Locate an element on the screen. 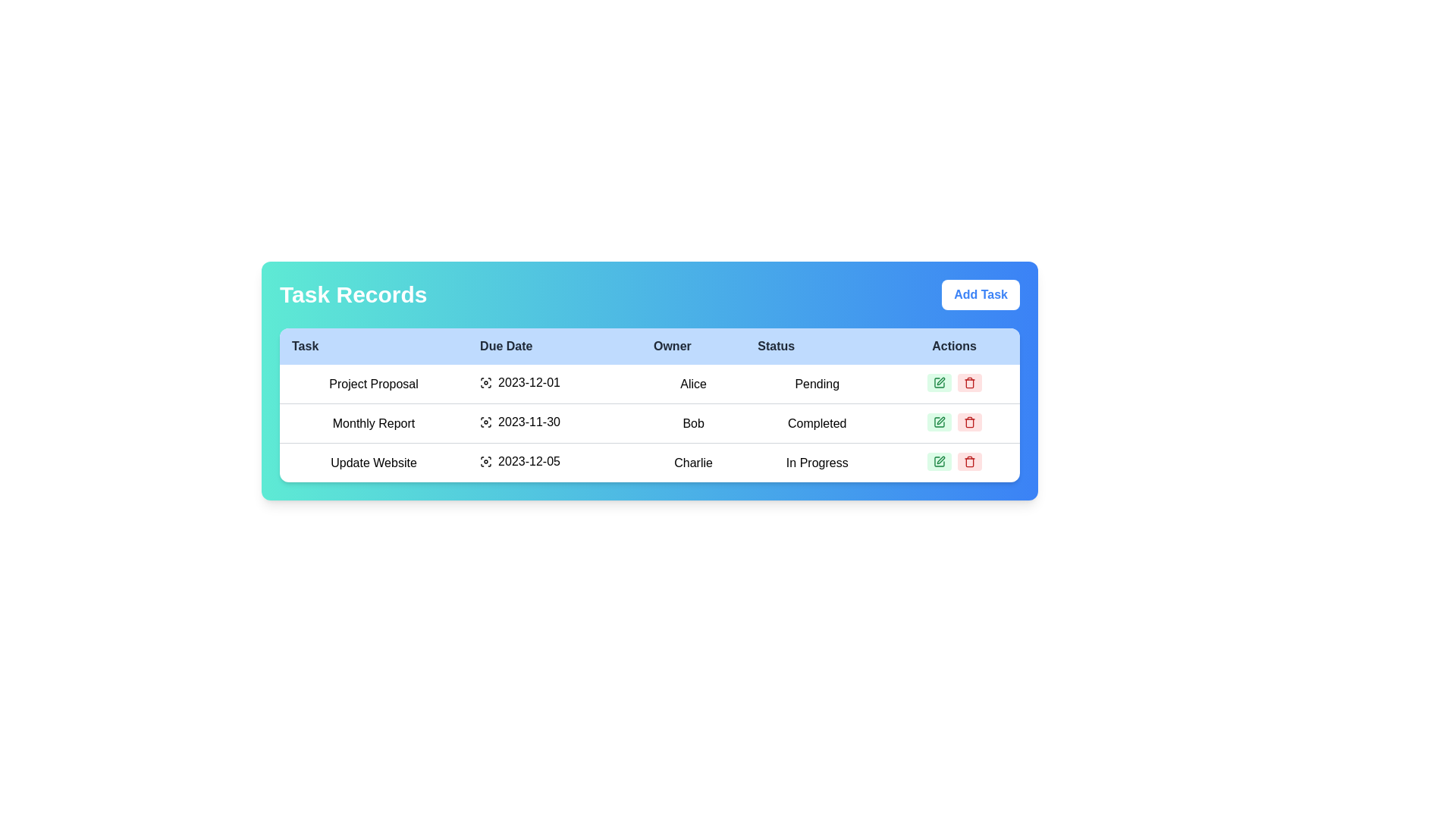 This screenshot has height=819, width=1456. the static text label displaying the name 'Bob', which indicates the owner of the task 'Monthly Report', located in the 'Owner' column of the second row is located at coordinates (692, 423).